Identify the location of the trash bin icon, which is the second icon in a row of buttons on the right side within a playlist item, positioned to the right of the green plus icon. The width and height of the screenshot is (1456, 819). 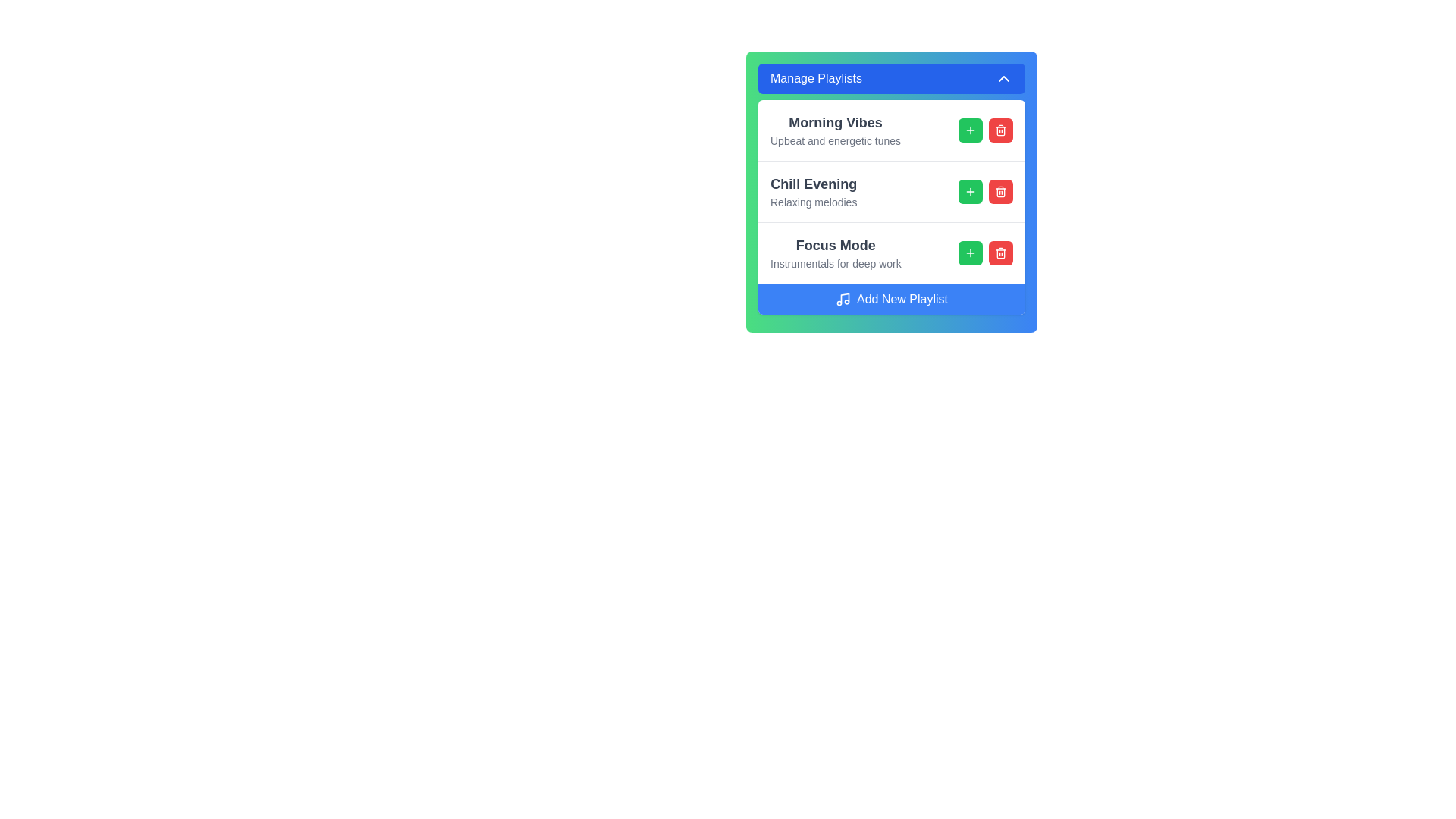
(1001, 253).